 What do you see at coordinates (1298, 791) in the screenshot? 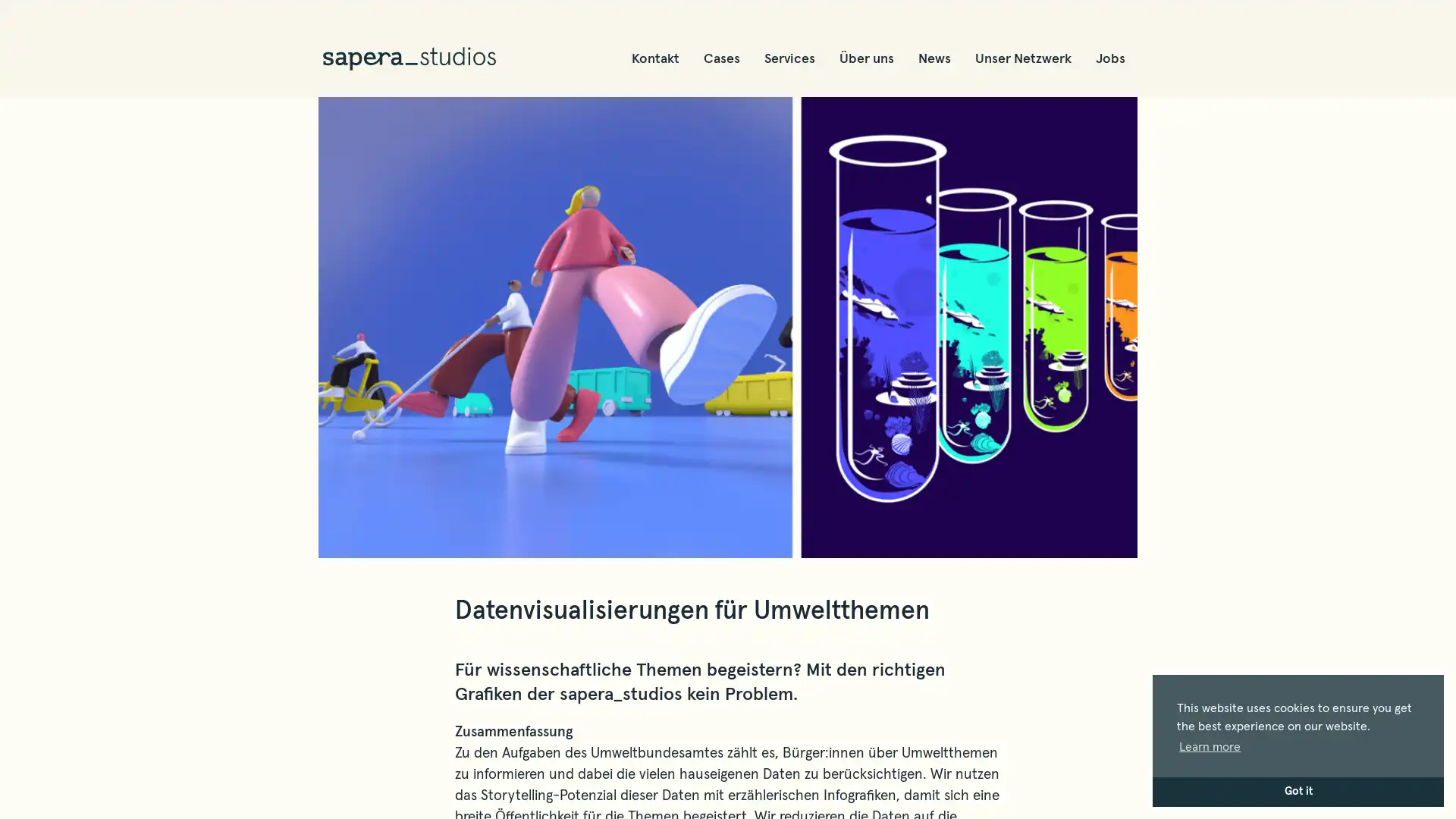
I see `dismiss cookie message` at bounding box center [1298, 791].